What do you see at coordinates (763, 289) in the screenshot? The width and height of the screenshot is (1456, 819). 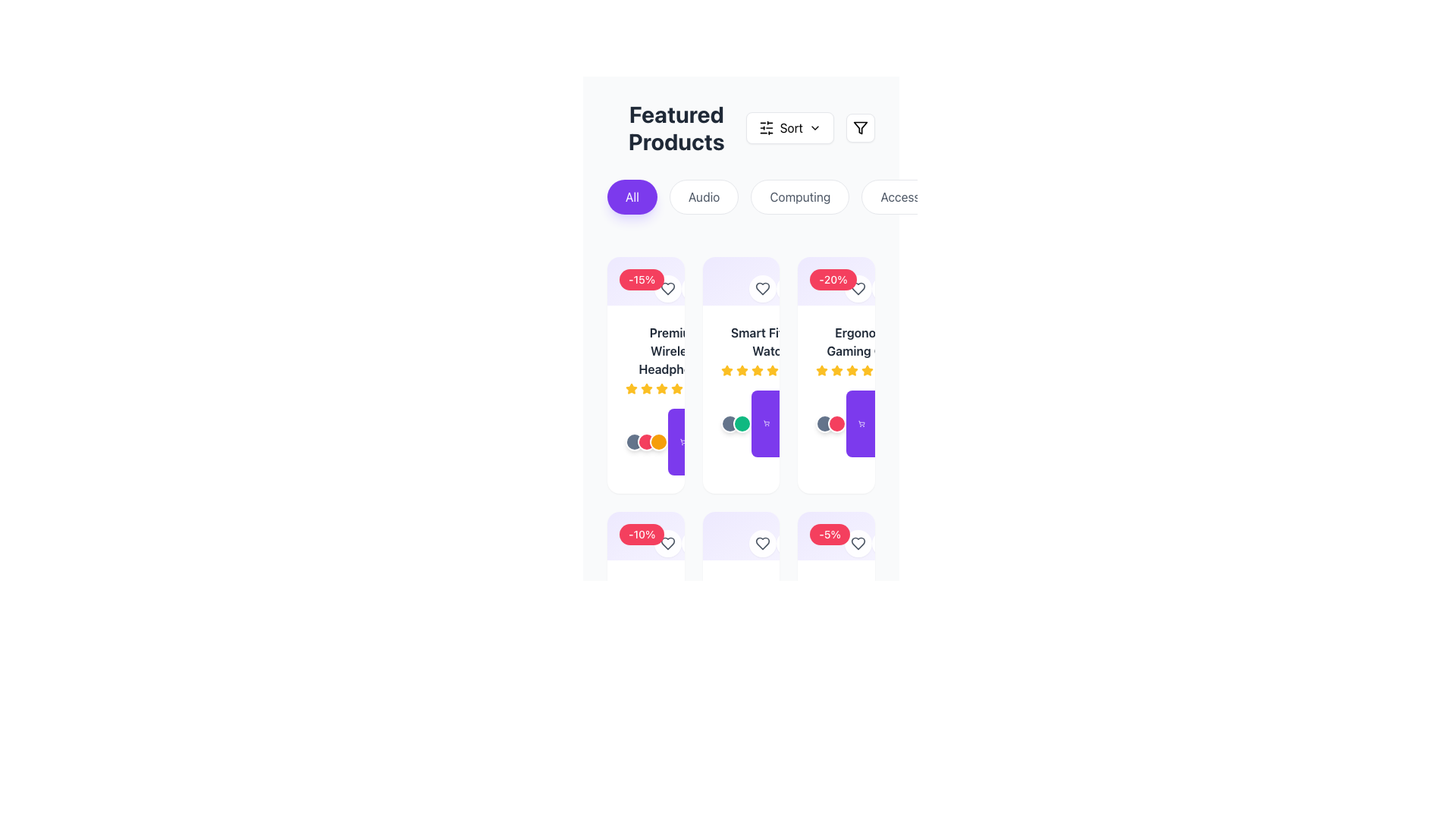 I see `the circular button containing the heart icon in the middle product card` at bounding box center [763, 289].